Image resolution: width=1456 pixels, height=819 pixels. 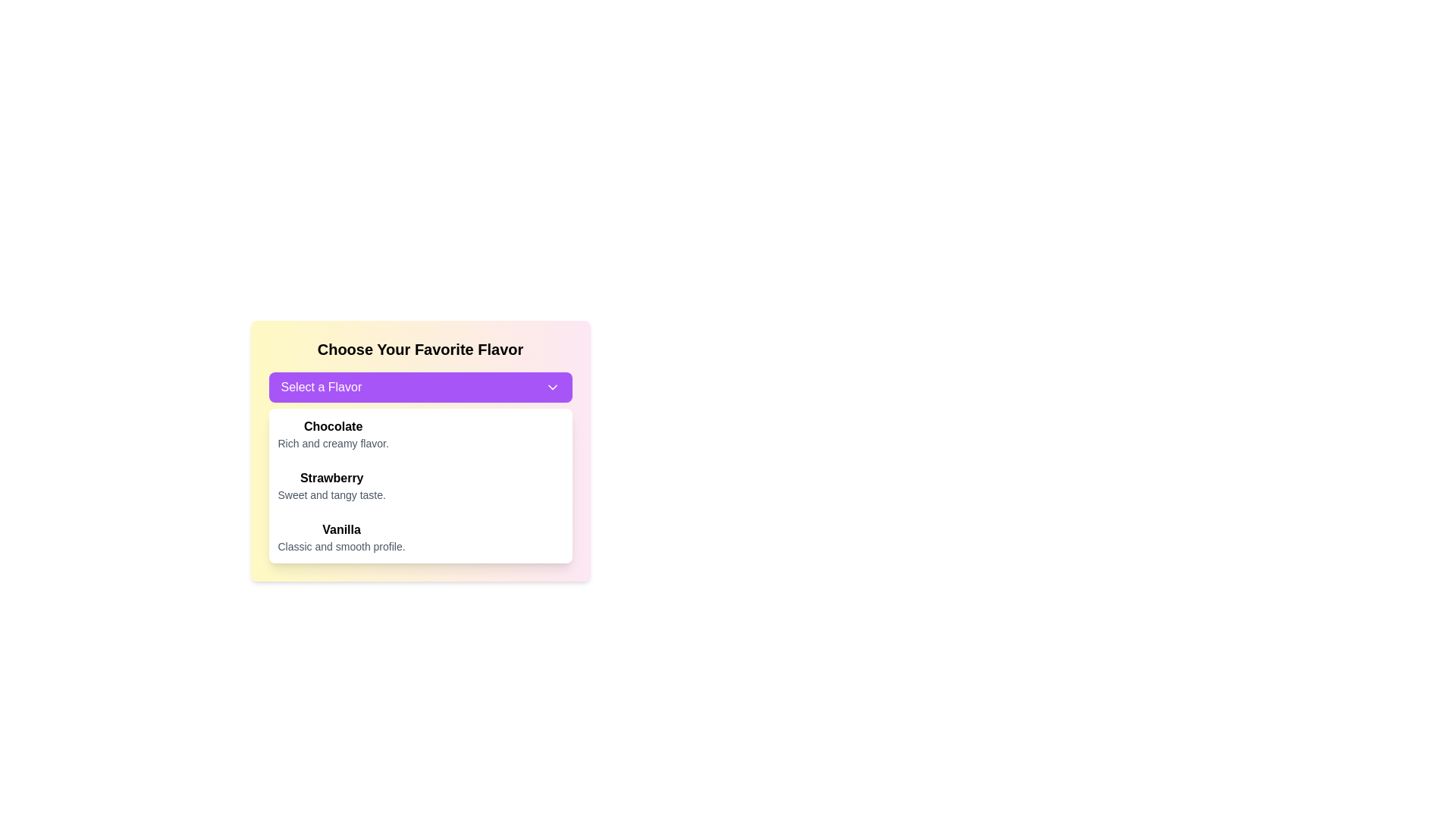 I want to click on descriptive label for the 'Strawberry' flavor, which is the second item in the vertical list of flavor choices, positioned between 'Chocolate' and 'Vanilla', so click(x=331, y=485).